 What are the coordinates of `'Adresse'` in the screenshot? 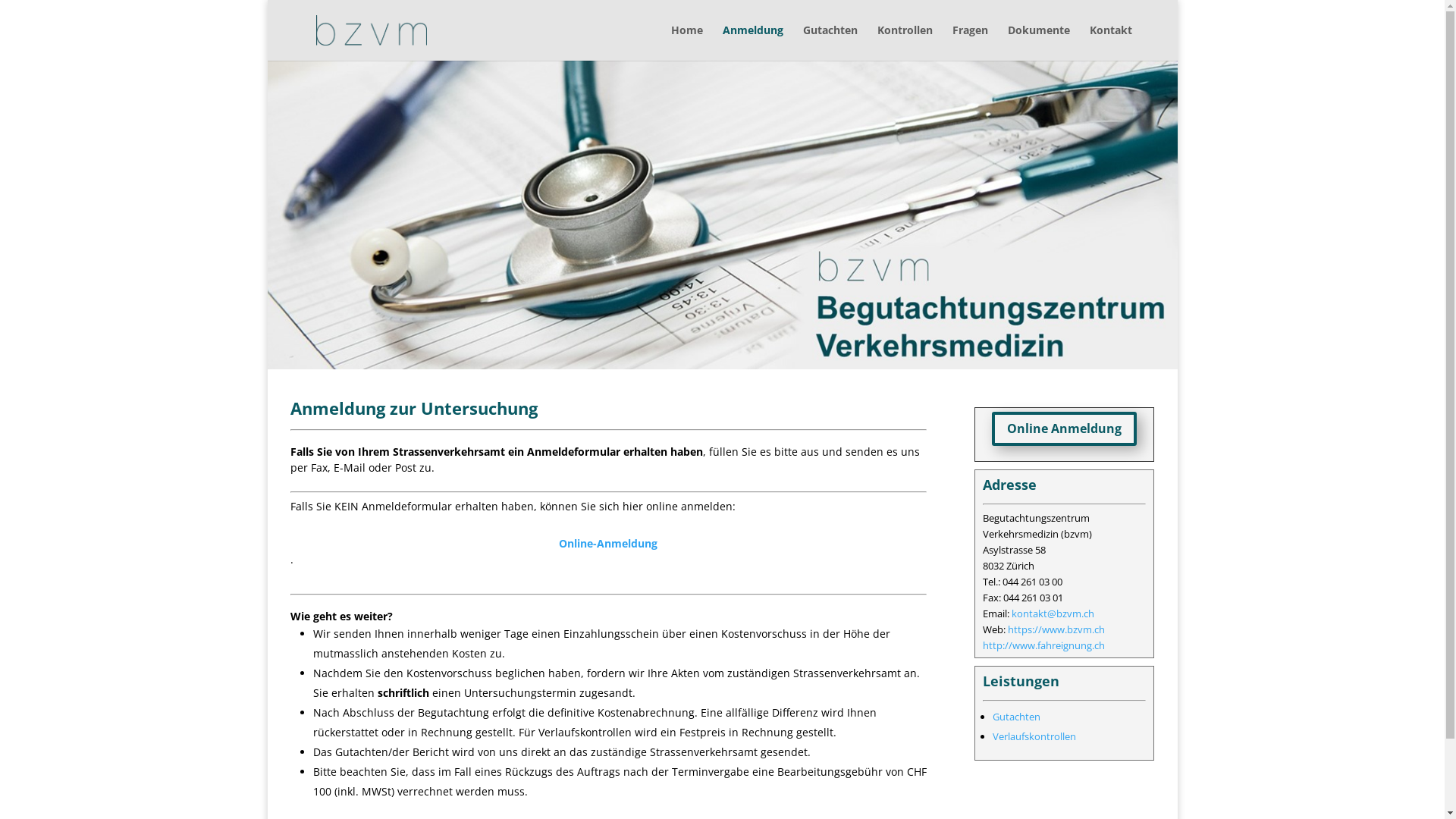 It's located at (1009, 485).